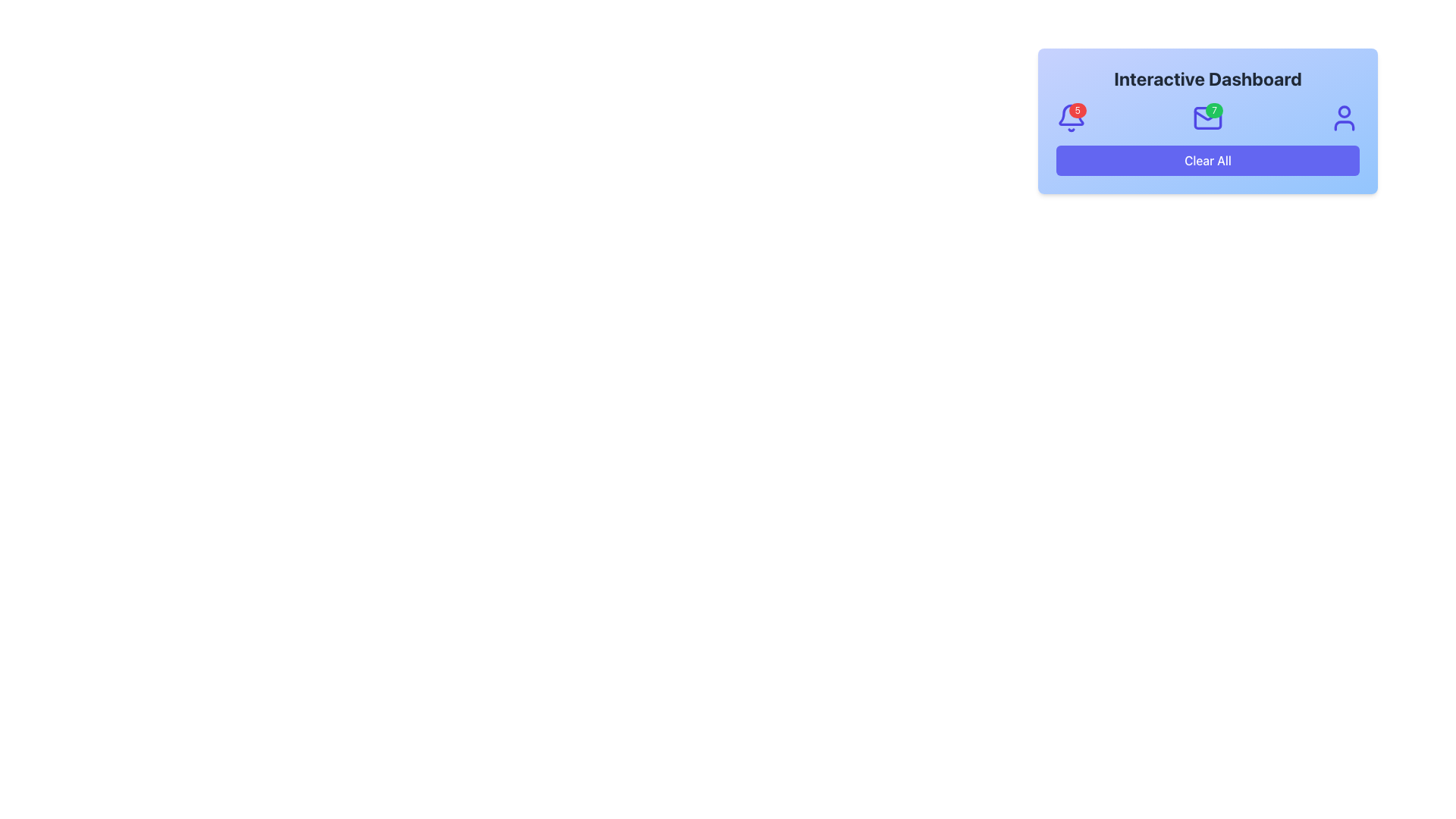 This screenshot has width=1456, height=819. I want to click on number '5' displayed on the red circular Notification Badge located at the top-right corner of the bell icon, so click(1070, 117).